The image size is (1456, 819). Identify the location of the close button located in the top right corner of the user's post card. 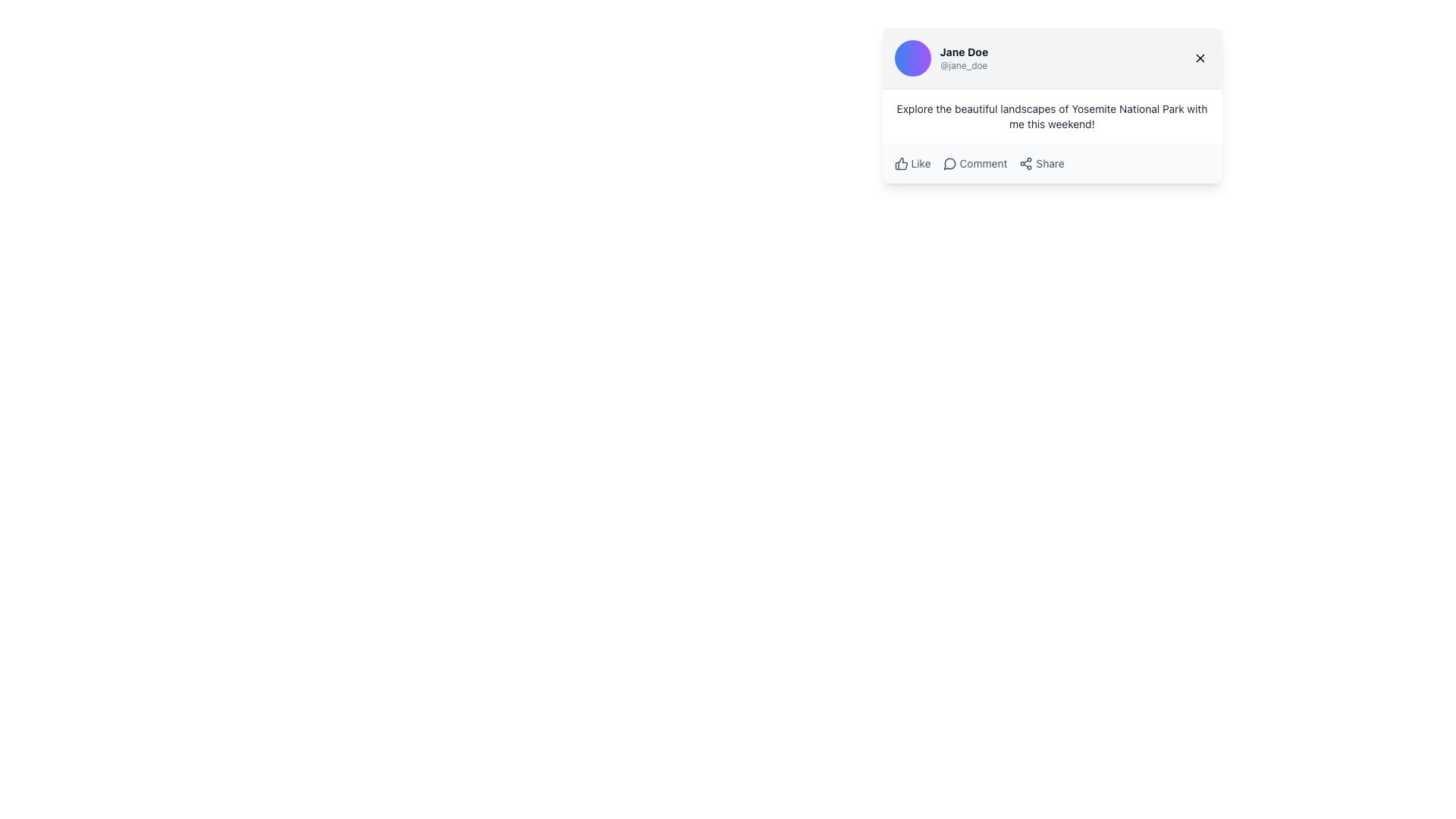
(1199, 58).